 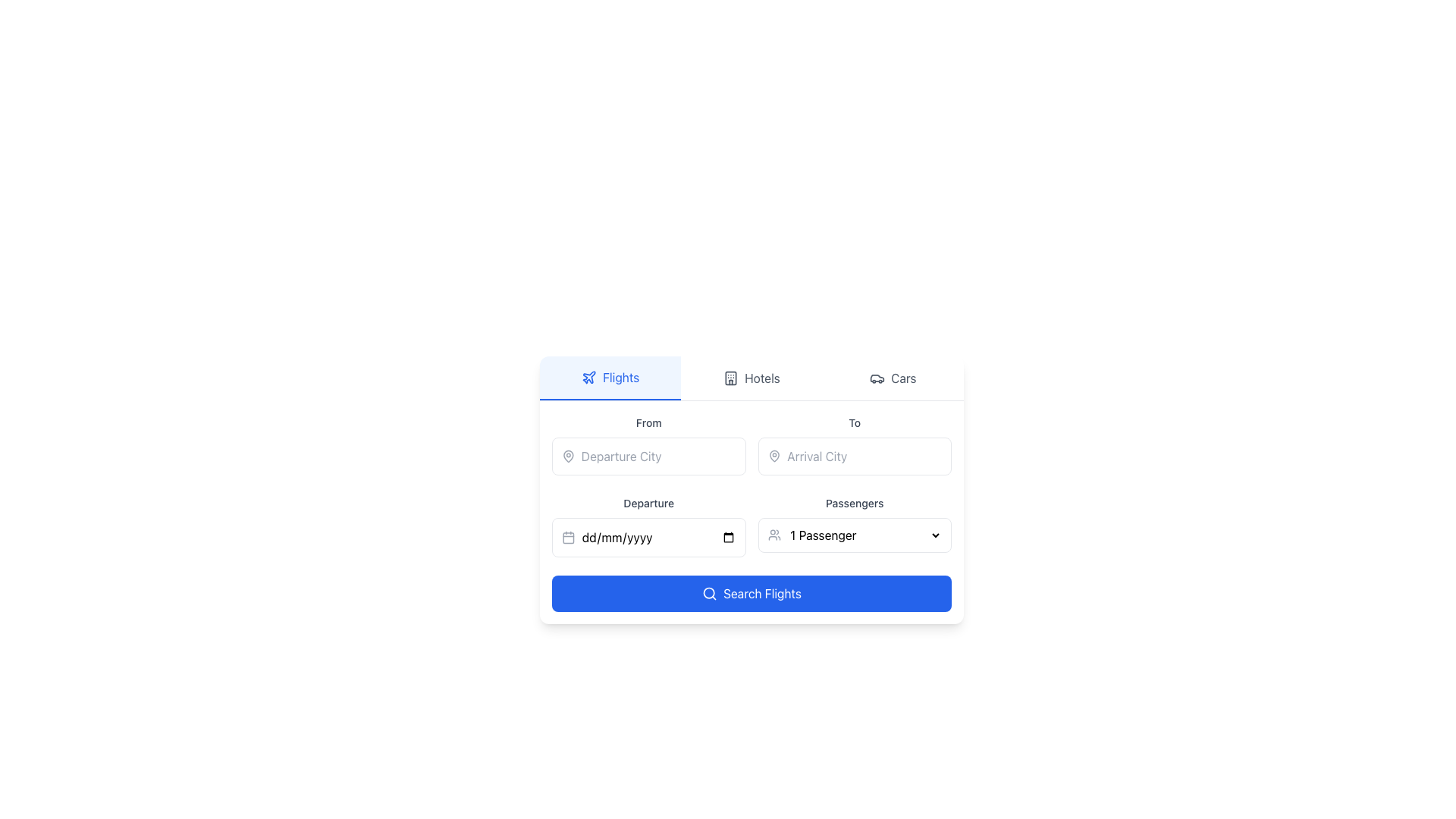 I want to click on the date input field for the 'Departure' section, which is styled with rounded corners and includes a placeholder in the format 'dd/mm/yyyy', so click(x=658, y=537).